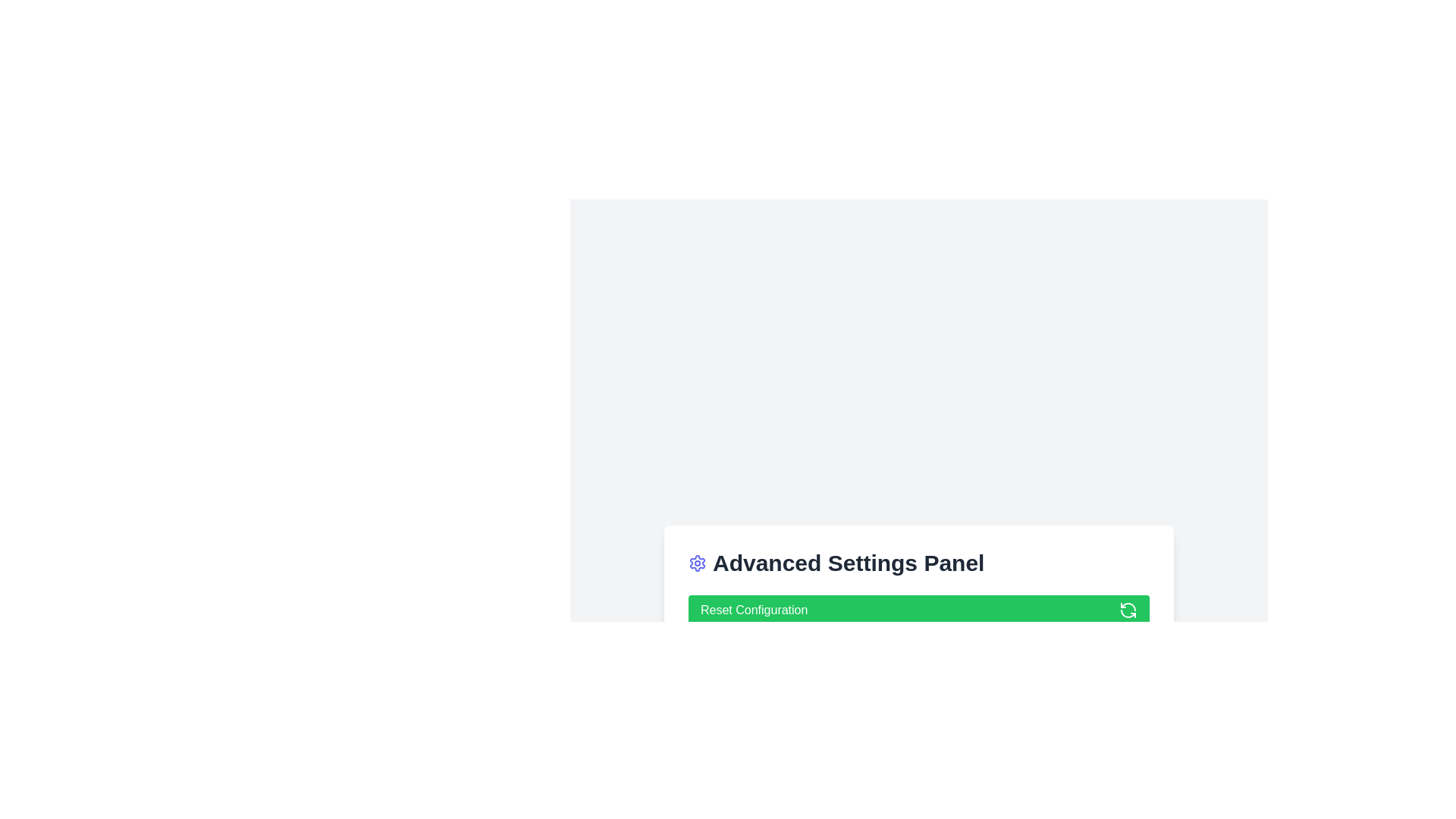 The width and height of the screenshot is (1456, 819). I want to click on the small circular refresh arrow icon with a green background located at the rightmost end of the 'Reset Configuration' green button below the 'Advanced Settings Panel' heading, so click(1128, 610).